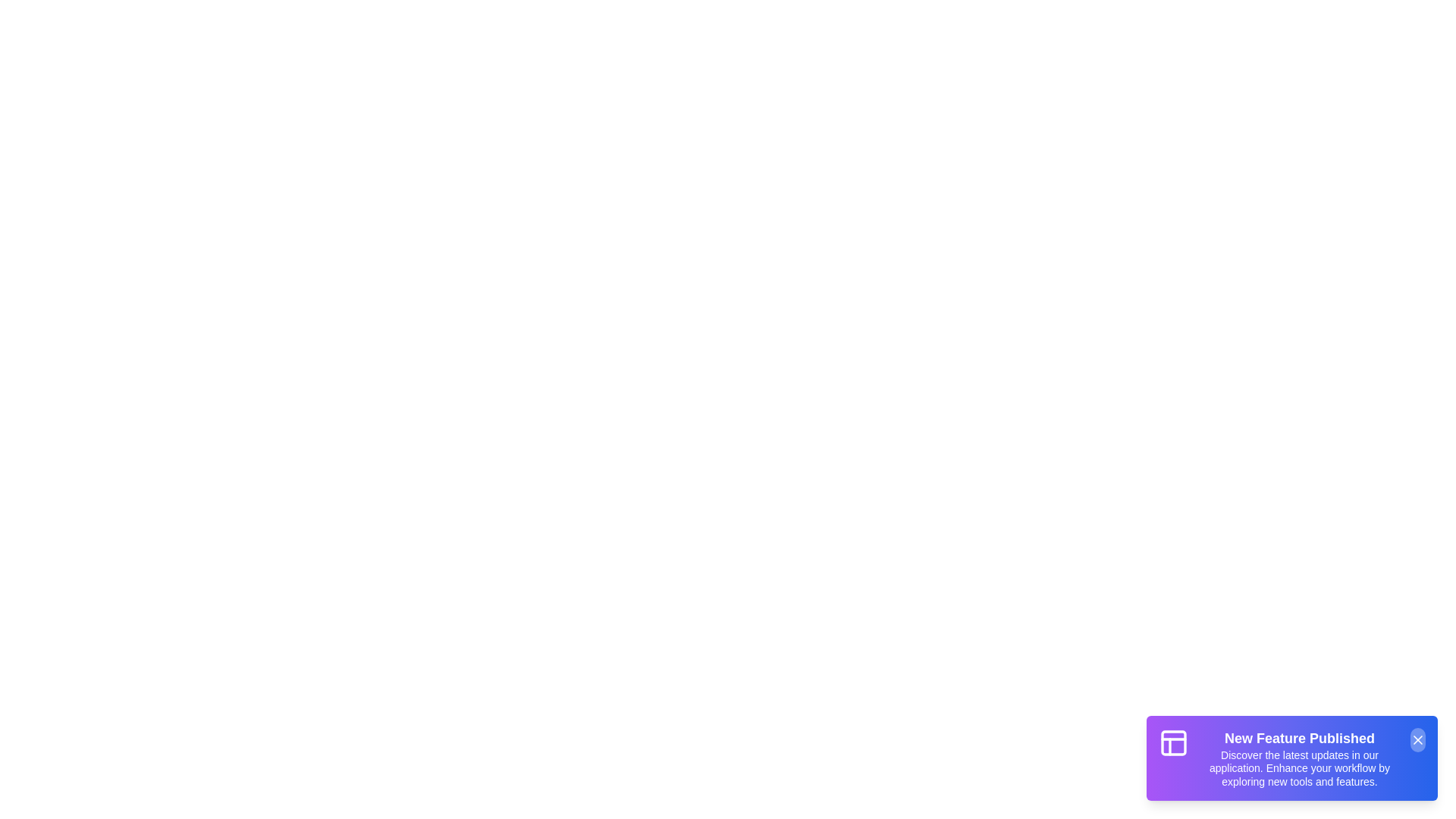  What do you see at coordinates (1417, 739) in the screenshot?
I see `the close button of the snackbar to close it` at bounding box center [1417, 739].